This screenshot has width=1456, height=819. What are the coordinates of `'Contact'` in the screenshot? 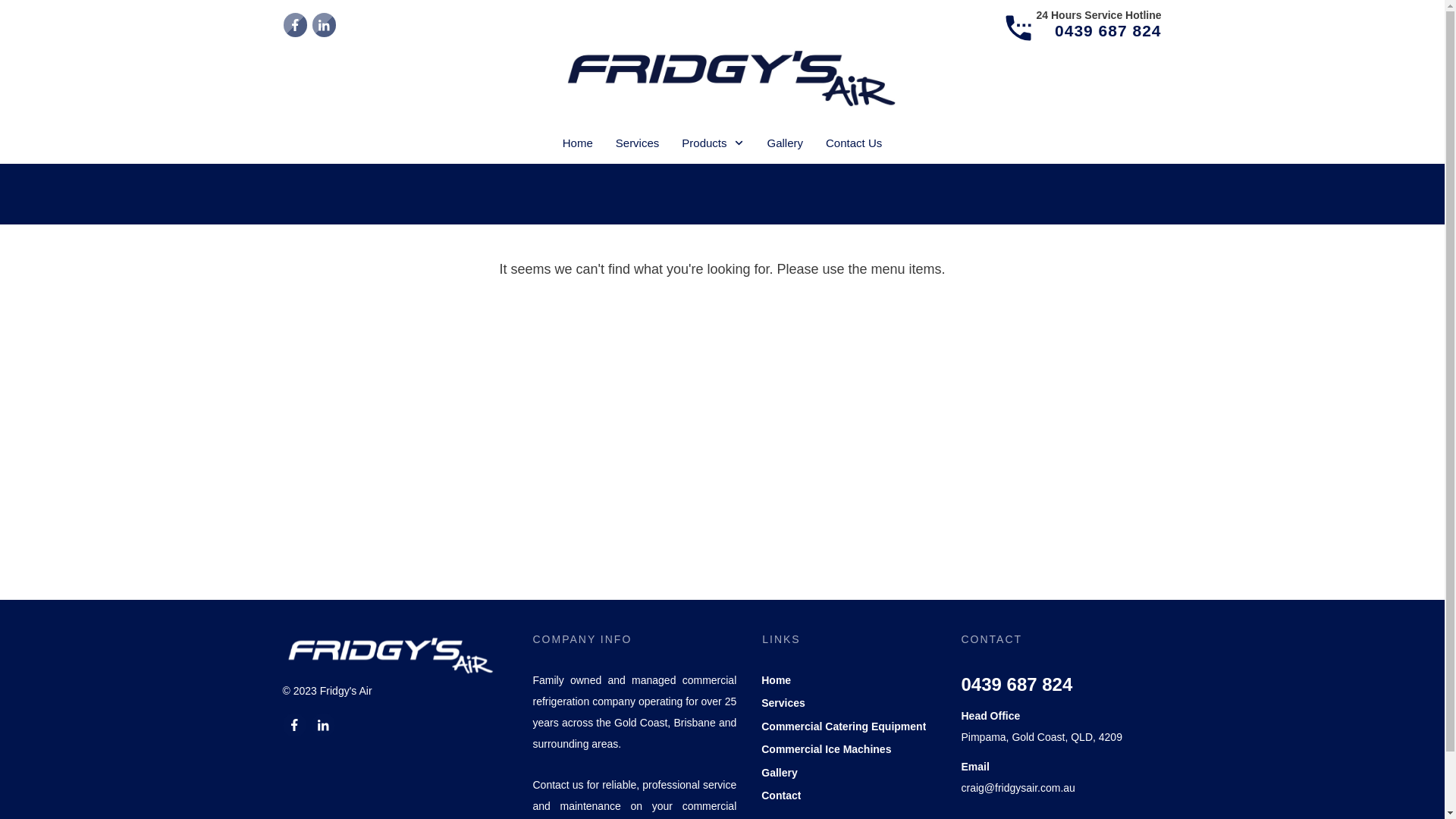 It's located at (781, 795).